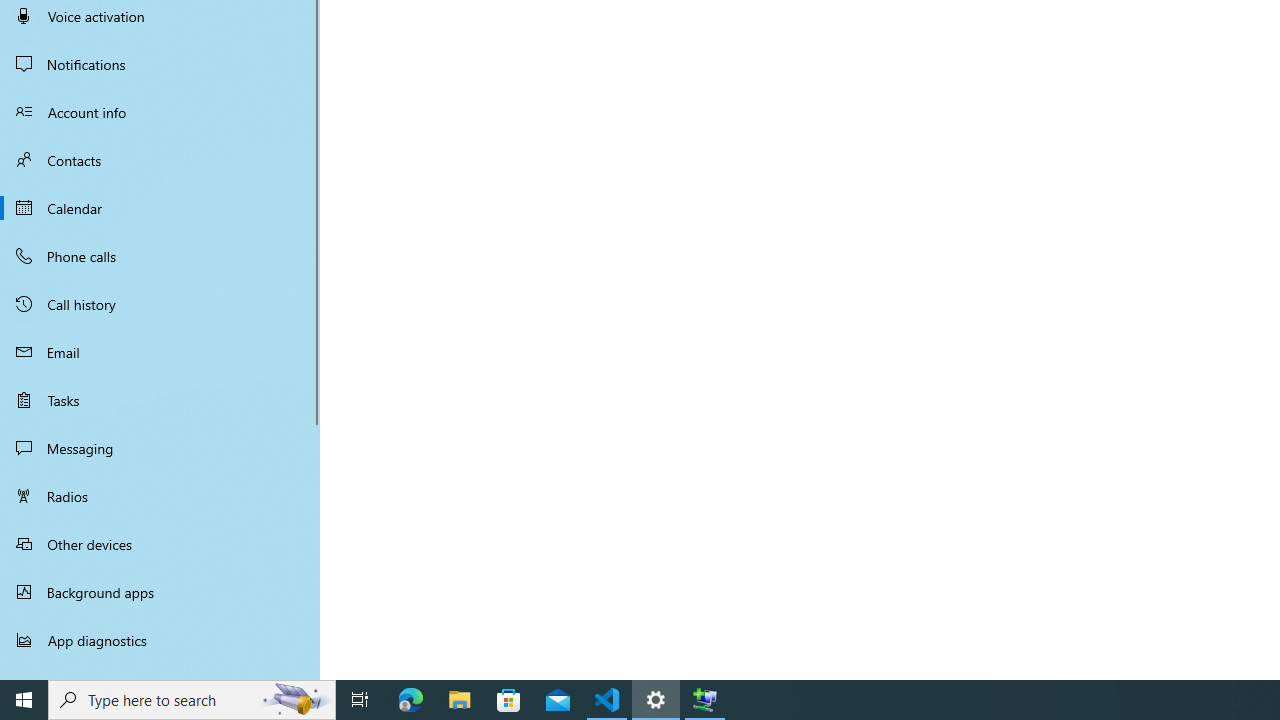  What do you see at coordinates (160, 495) in the screenshot?
I see `'Radios'` at bounding box center [160, 495].